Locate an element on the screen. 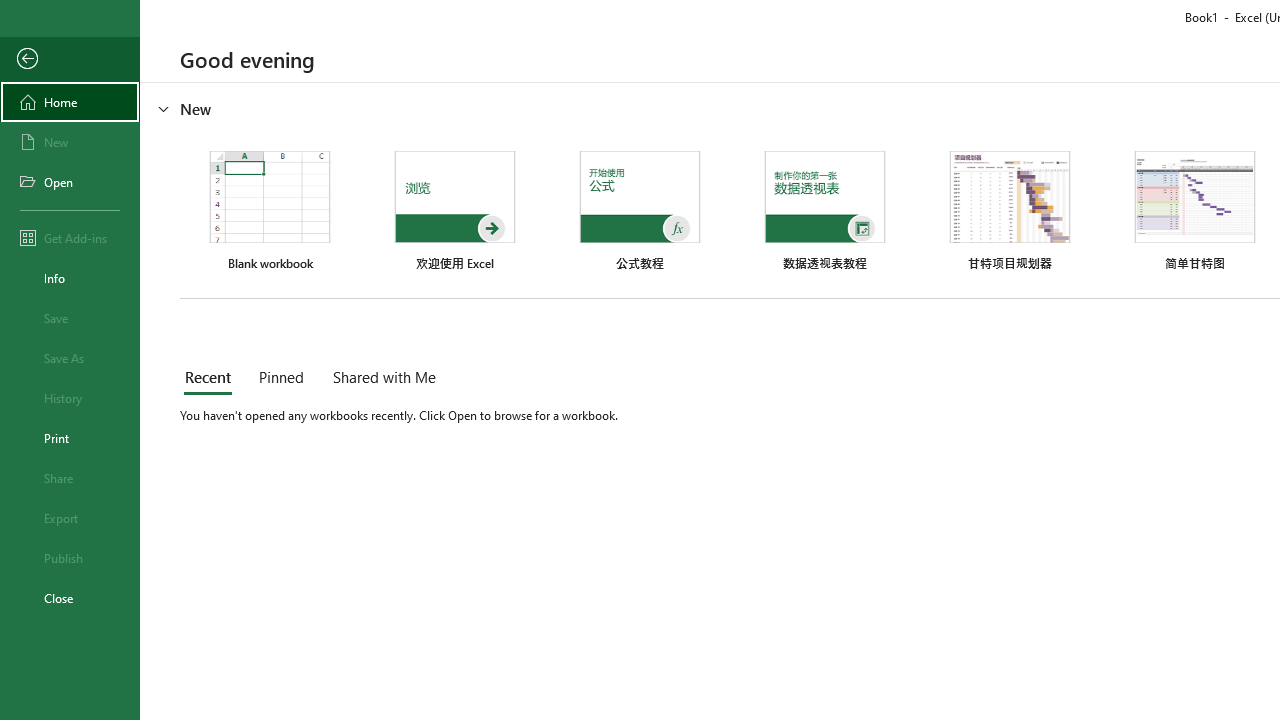  'Print' is located at coordinates (69, 437).